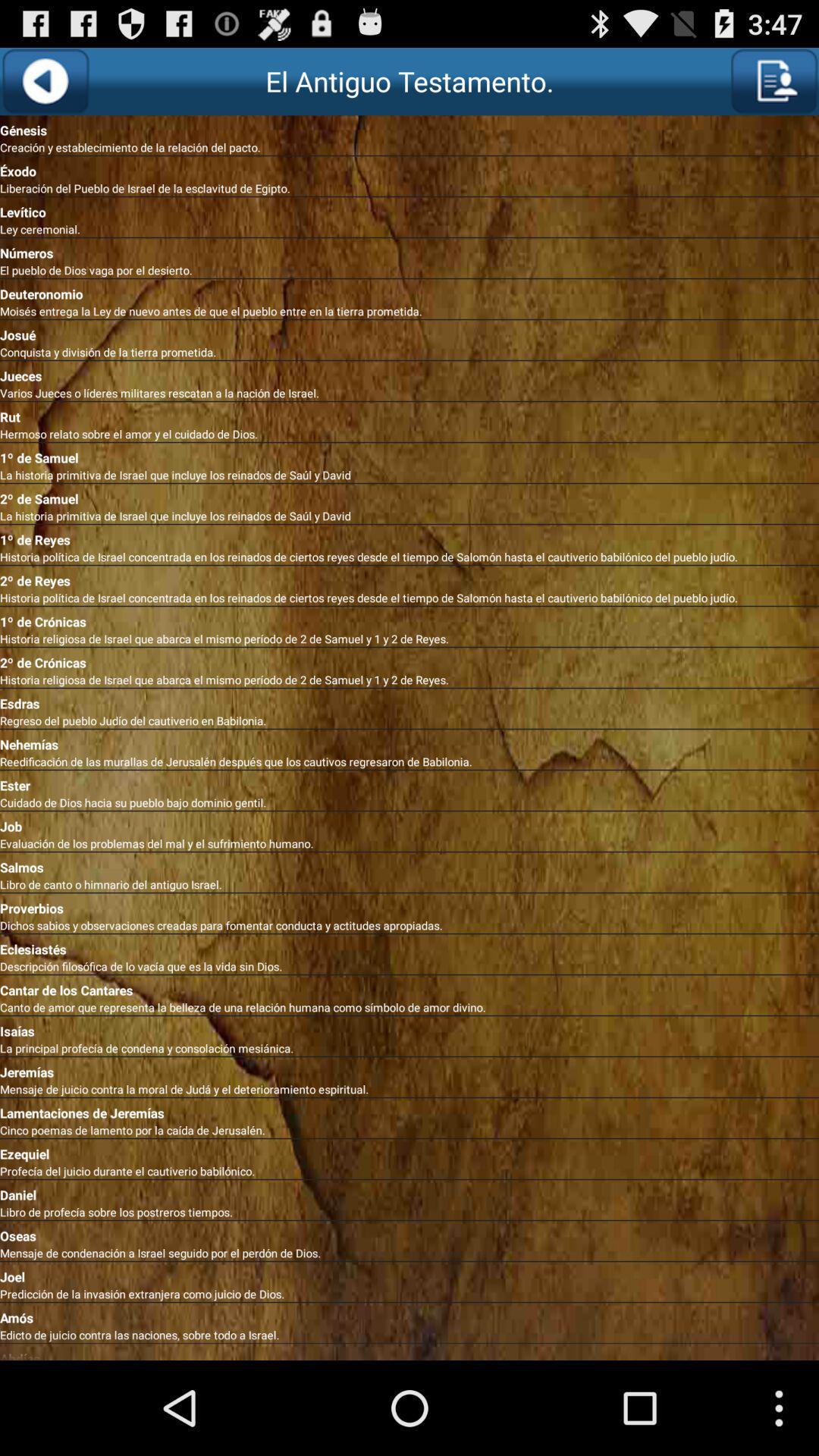  What do you see at coordinates (409, 414) in the screenshot?
I see `item above the hermoso relato sobre item` at bounding box center [409, 414].